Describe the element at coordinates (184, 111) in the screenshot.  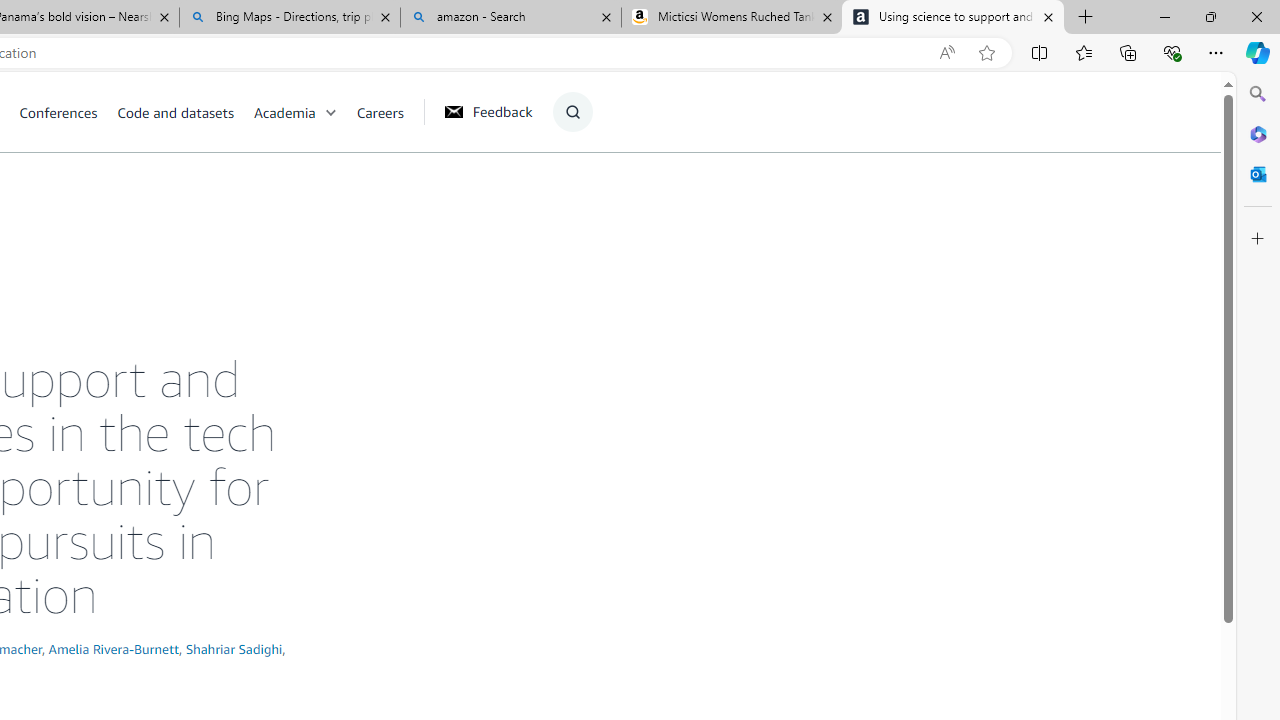
I see `'Code and datasets'` at that location.